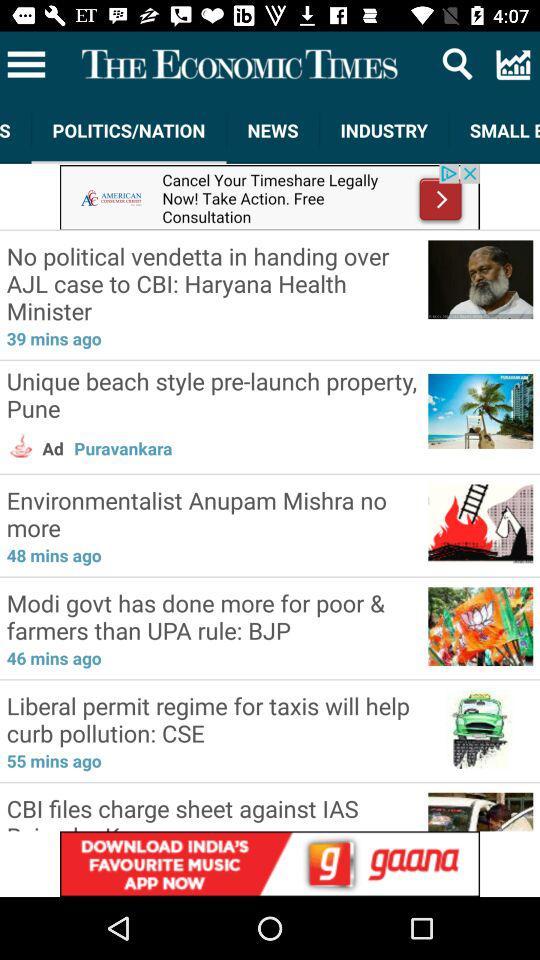 The width and height of the screenshot is (540, 960). I want to click on the title, so click(240, 64).